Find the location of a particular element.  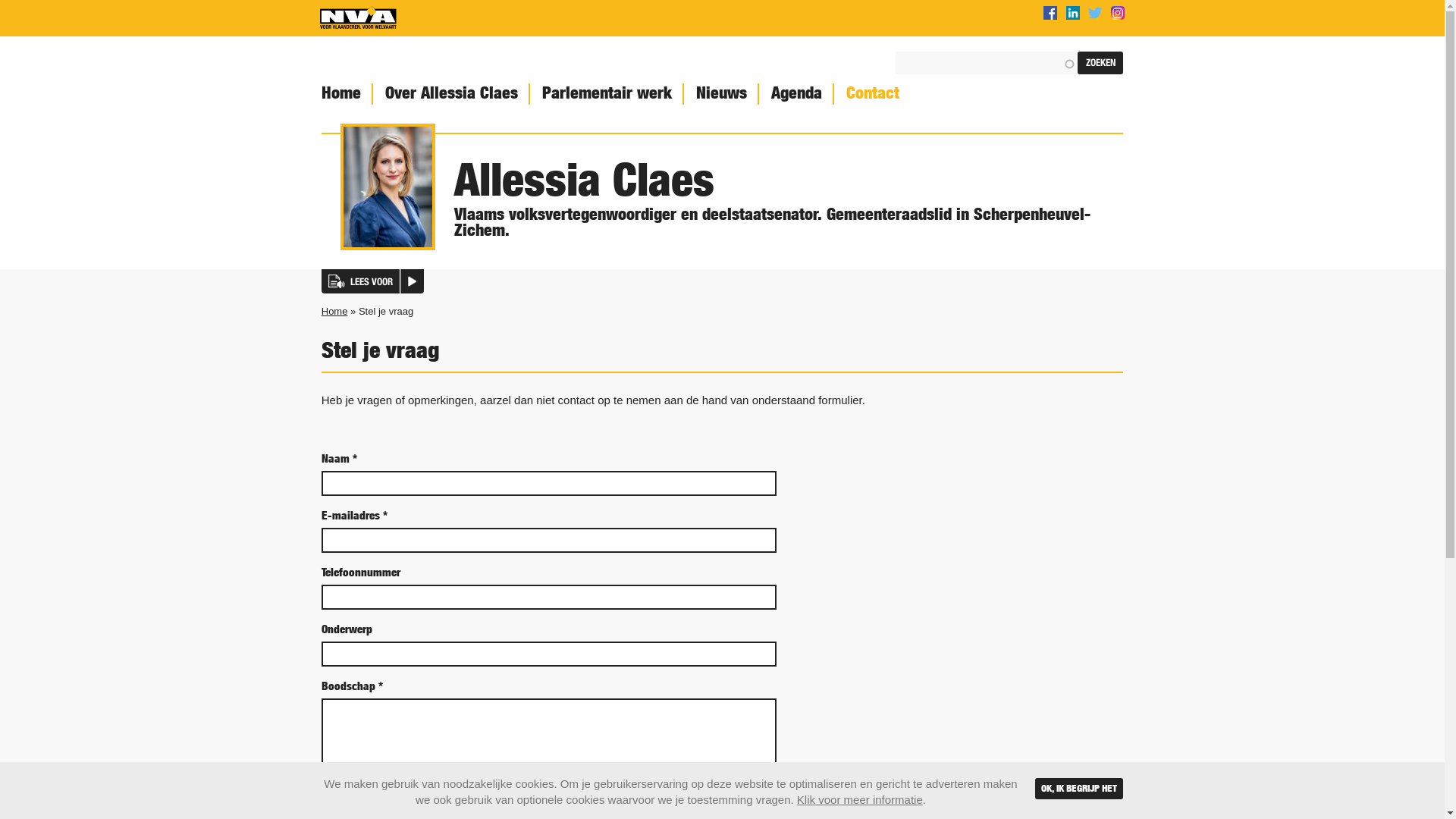

'Over Allessia Claes' is located at coordinates (449, 93).